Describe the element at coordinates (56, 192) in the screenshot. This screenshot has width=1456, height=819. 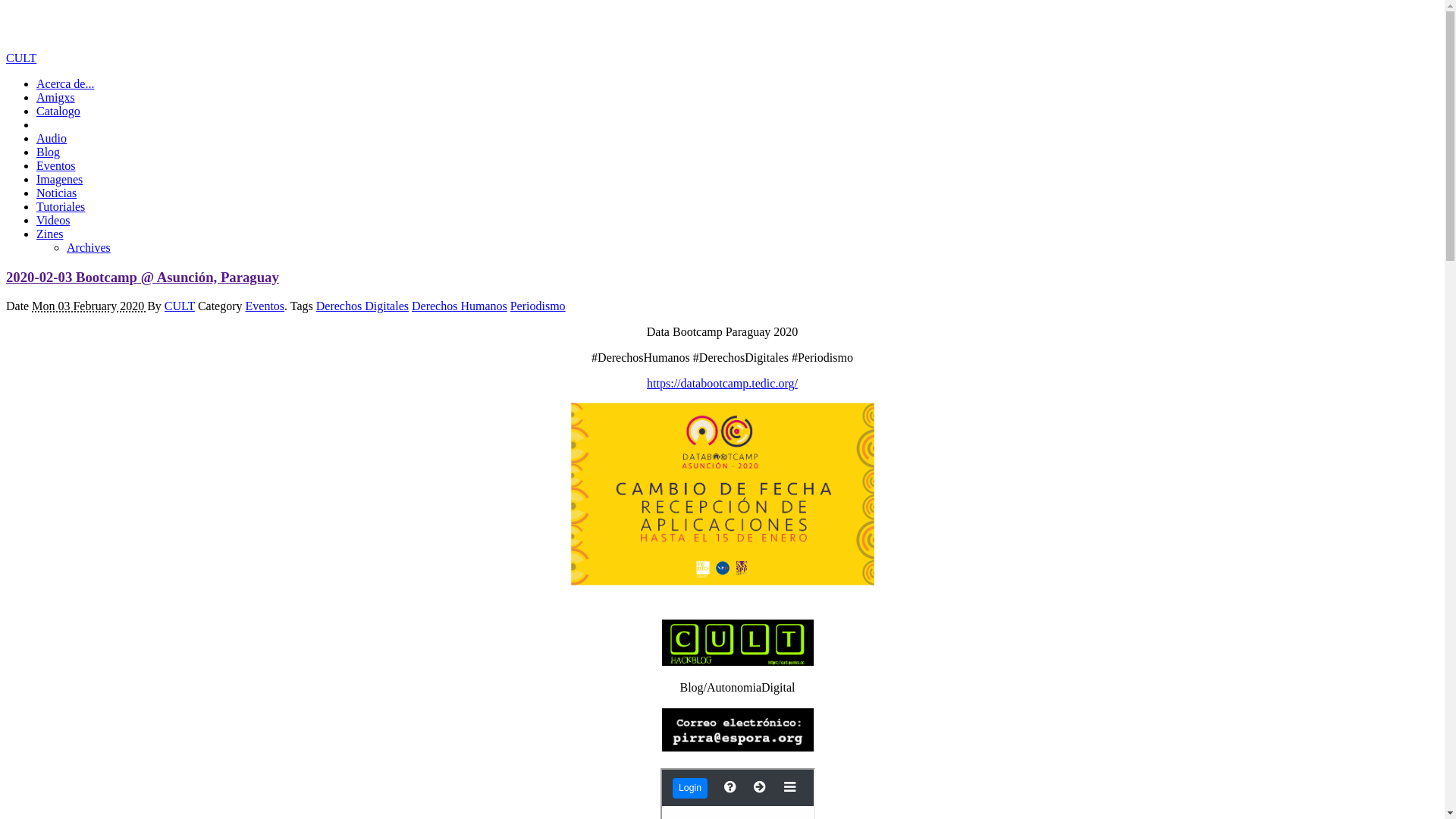
I see `'Noticias'` at that location.